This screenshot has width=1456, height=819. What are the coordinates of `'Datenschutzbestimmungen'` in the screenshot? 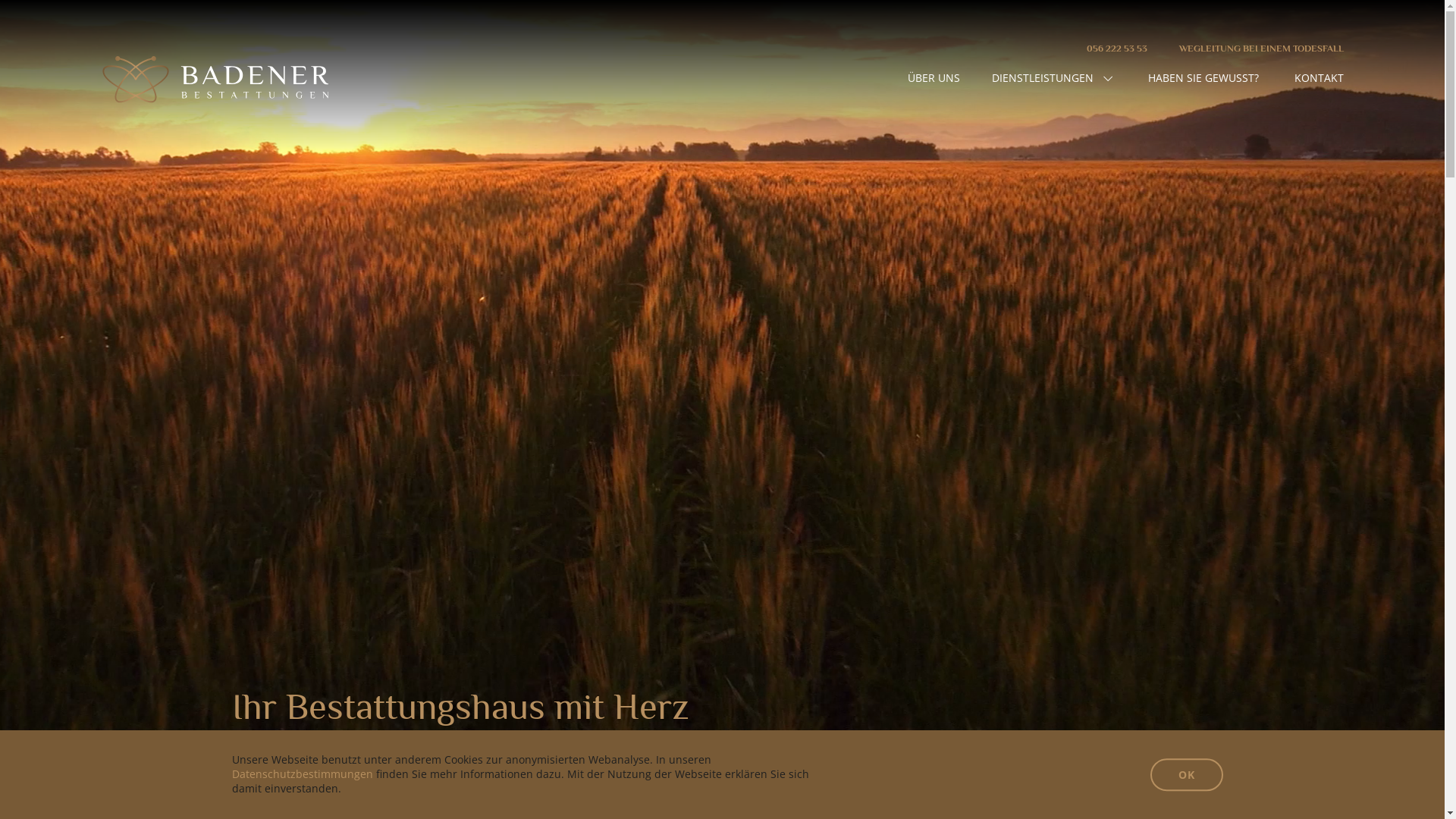 It's located at (302, 774).